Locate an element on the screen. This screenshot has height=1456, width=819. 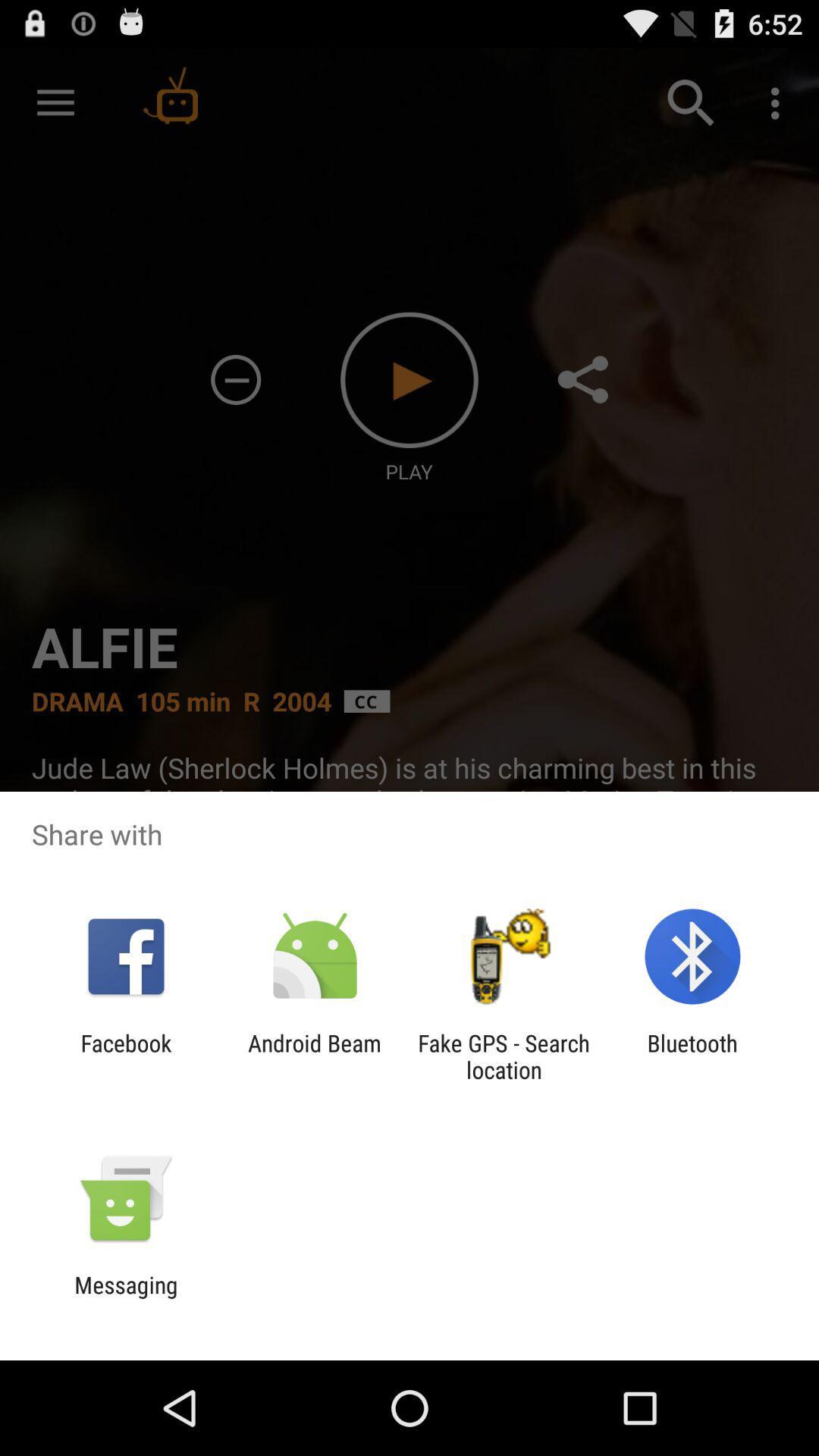
the icon to the left of fake gps search item is located at coordinates (314, 1056).